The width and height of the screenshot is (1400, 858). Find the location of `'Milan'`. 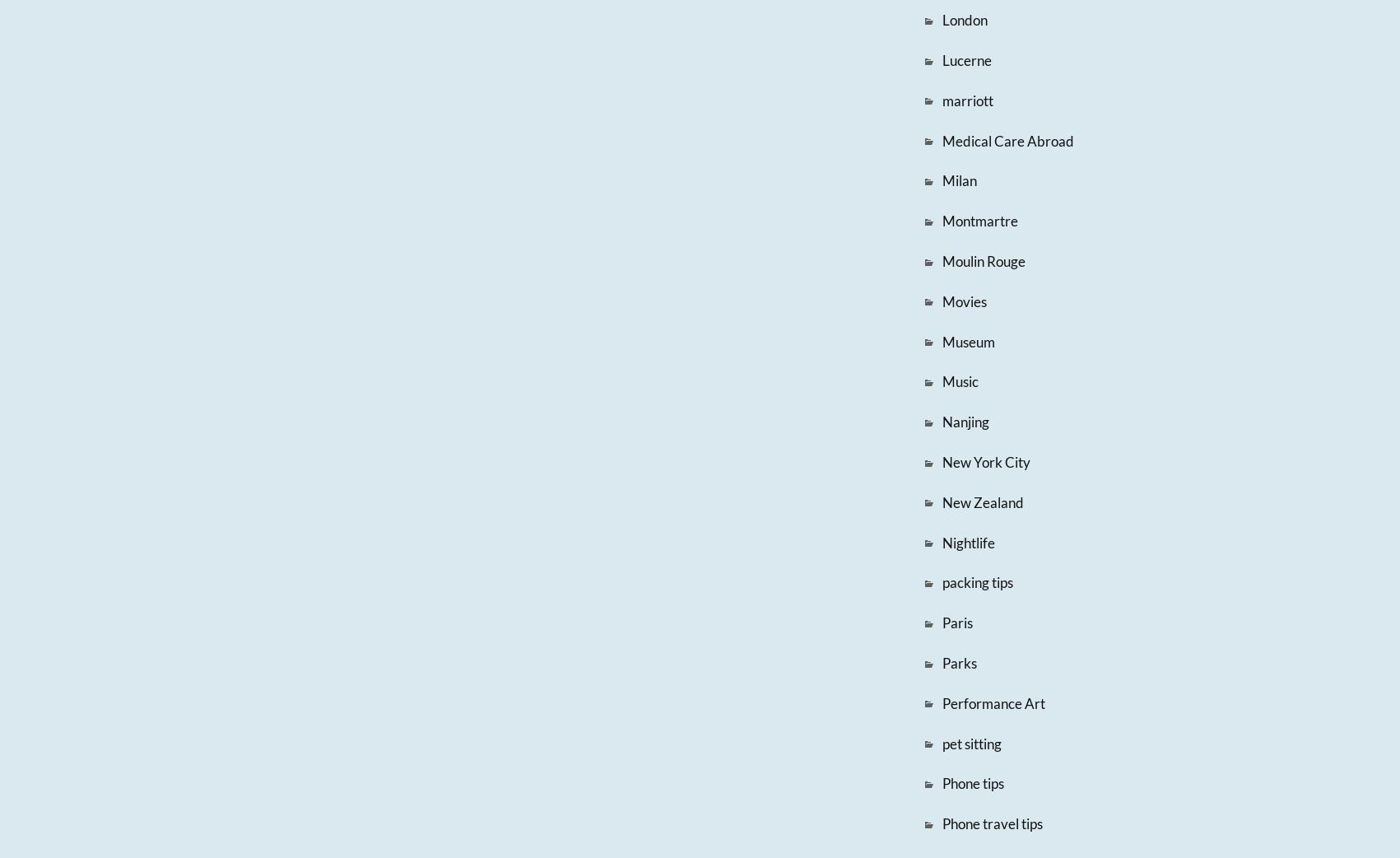

'Milan' is located at coordinates (958, 180).